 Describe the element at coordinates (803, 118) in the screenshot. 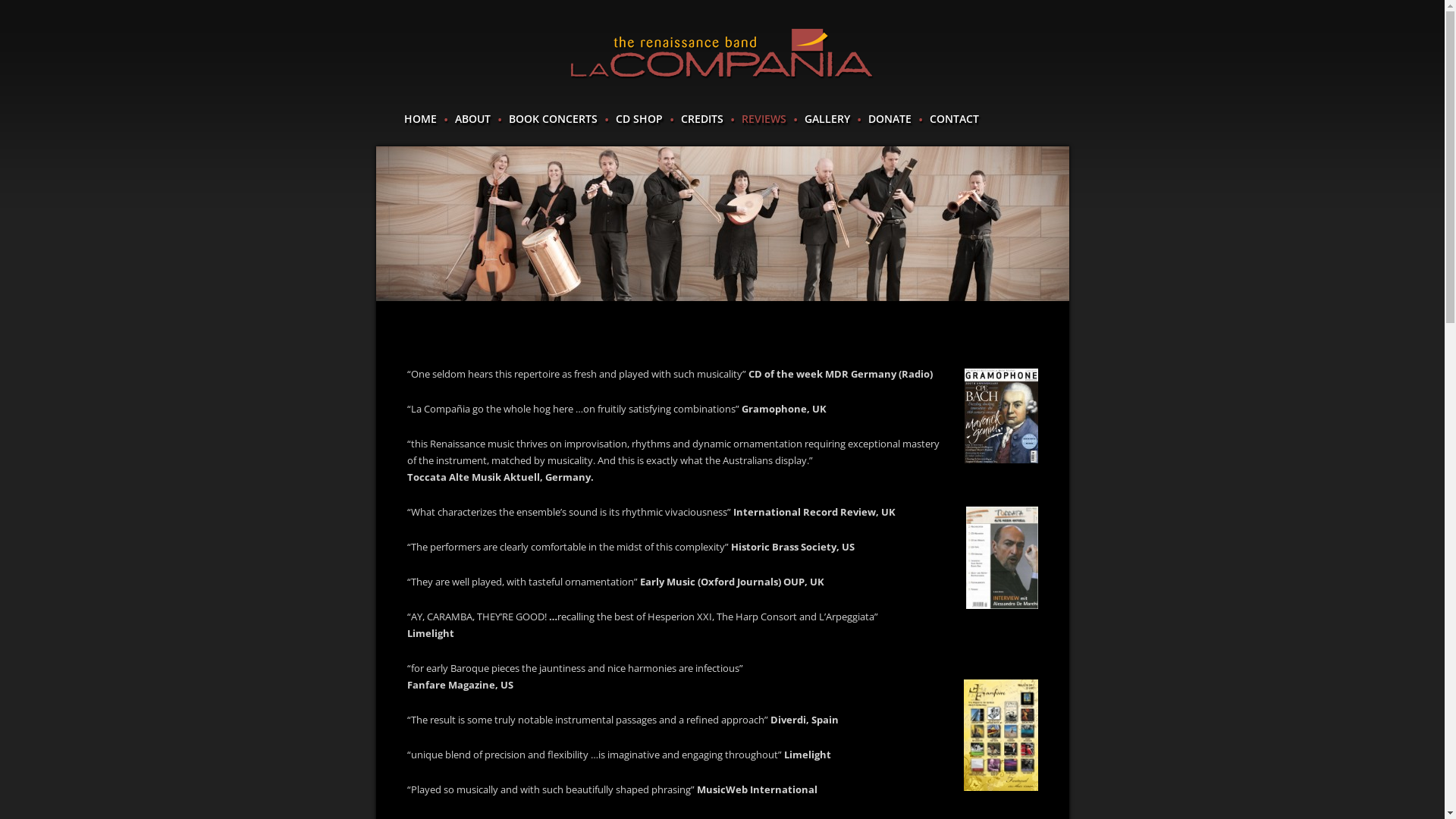

I see `'GALLERY'` at that location.